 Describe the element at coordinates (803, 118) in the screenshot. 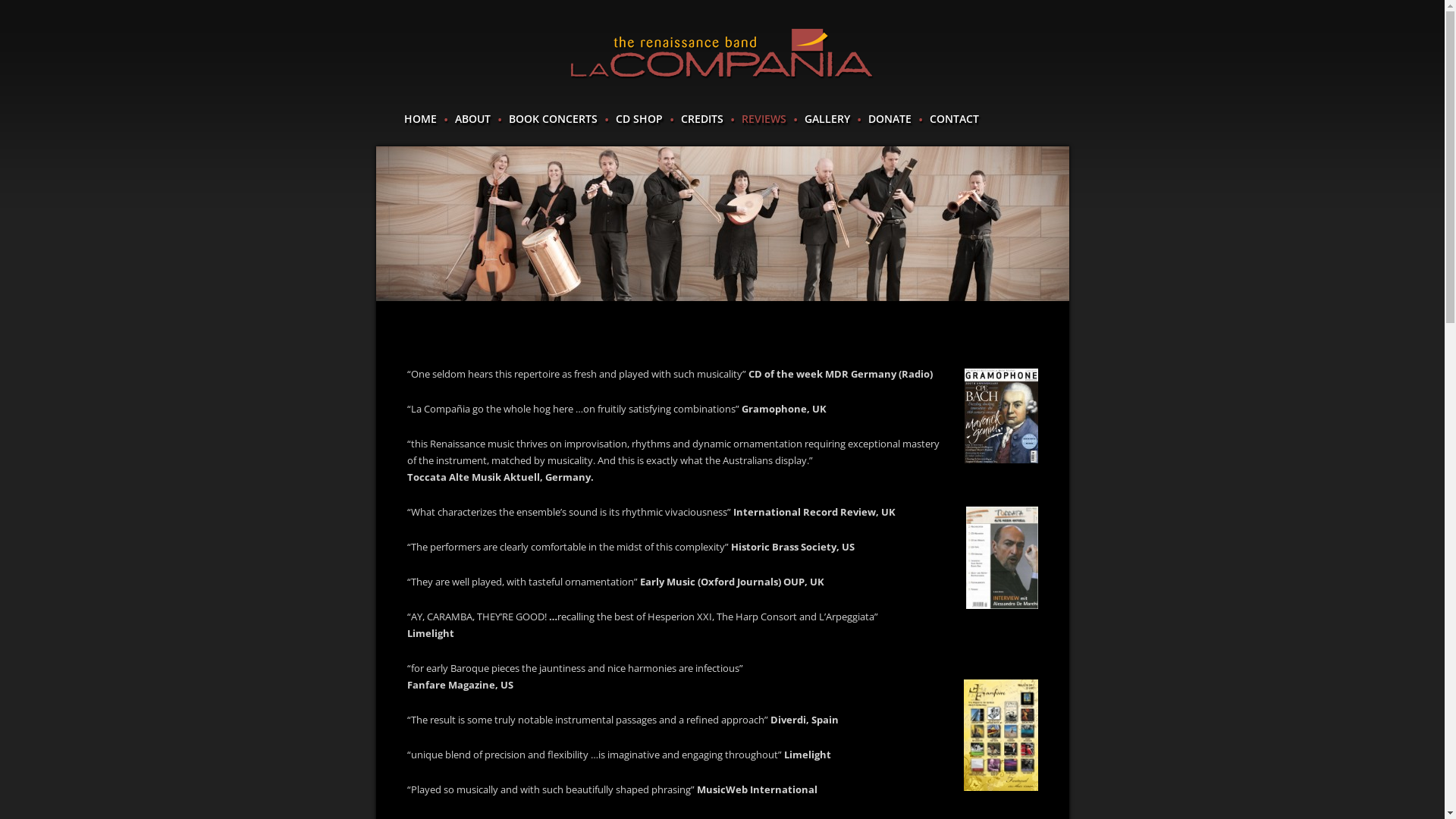

I see `'GALLERY'` at that location.